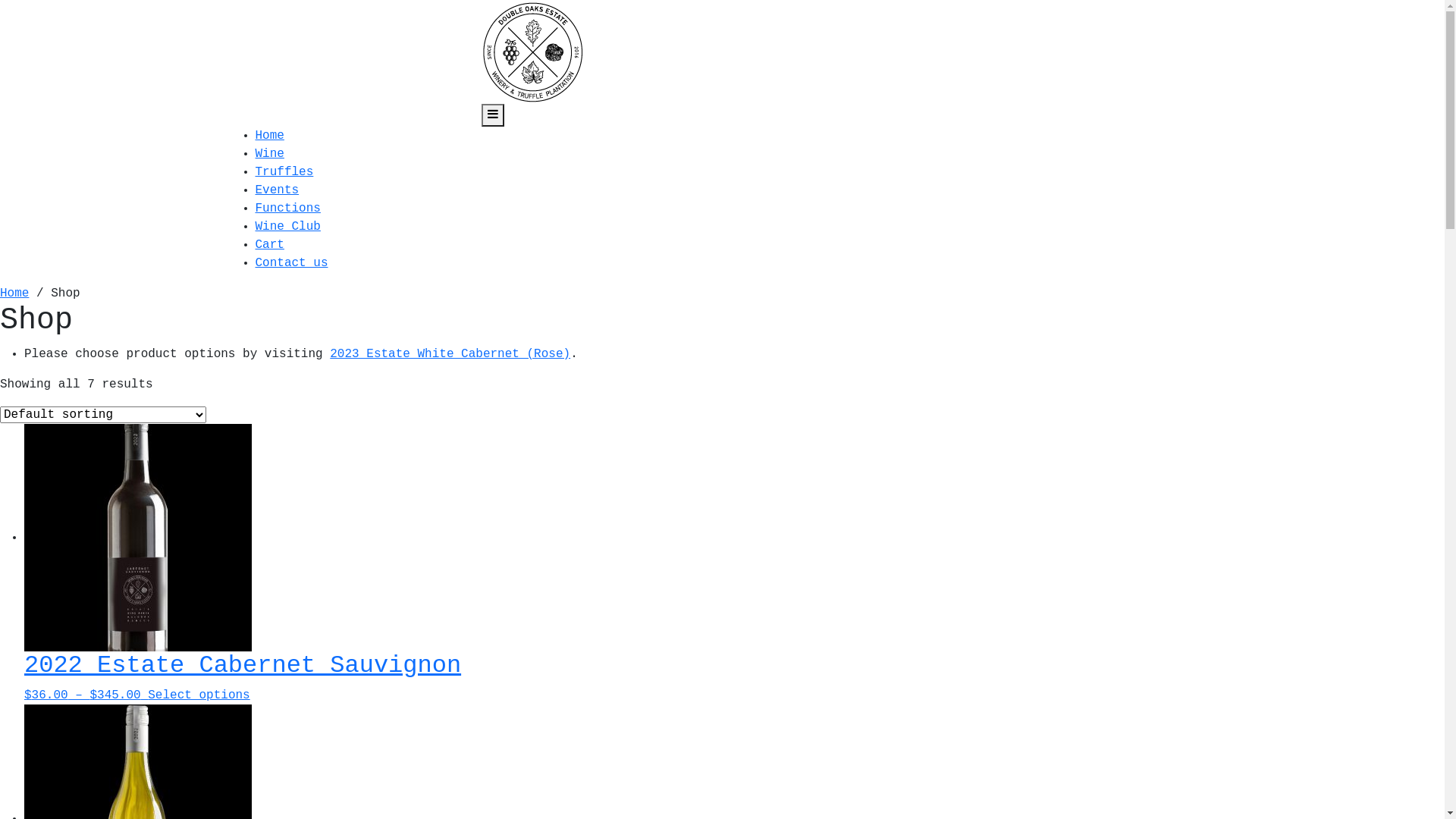 This screenshot has height=819, width=1456. I want to click on 'Home', so click(255, 134).